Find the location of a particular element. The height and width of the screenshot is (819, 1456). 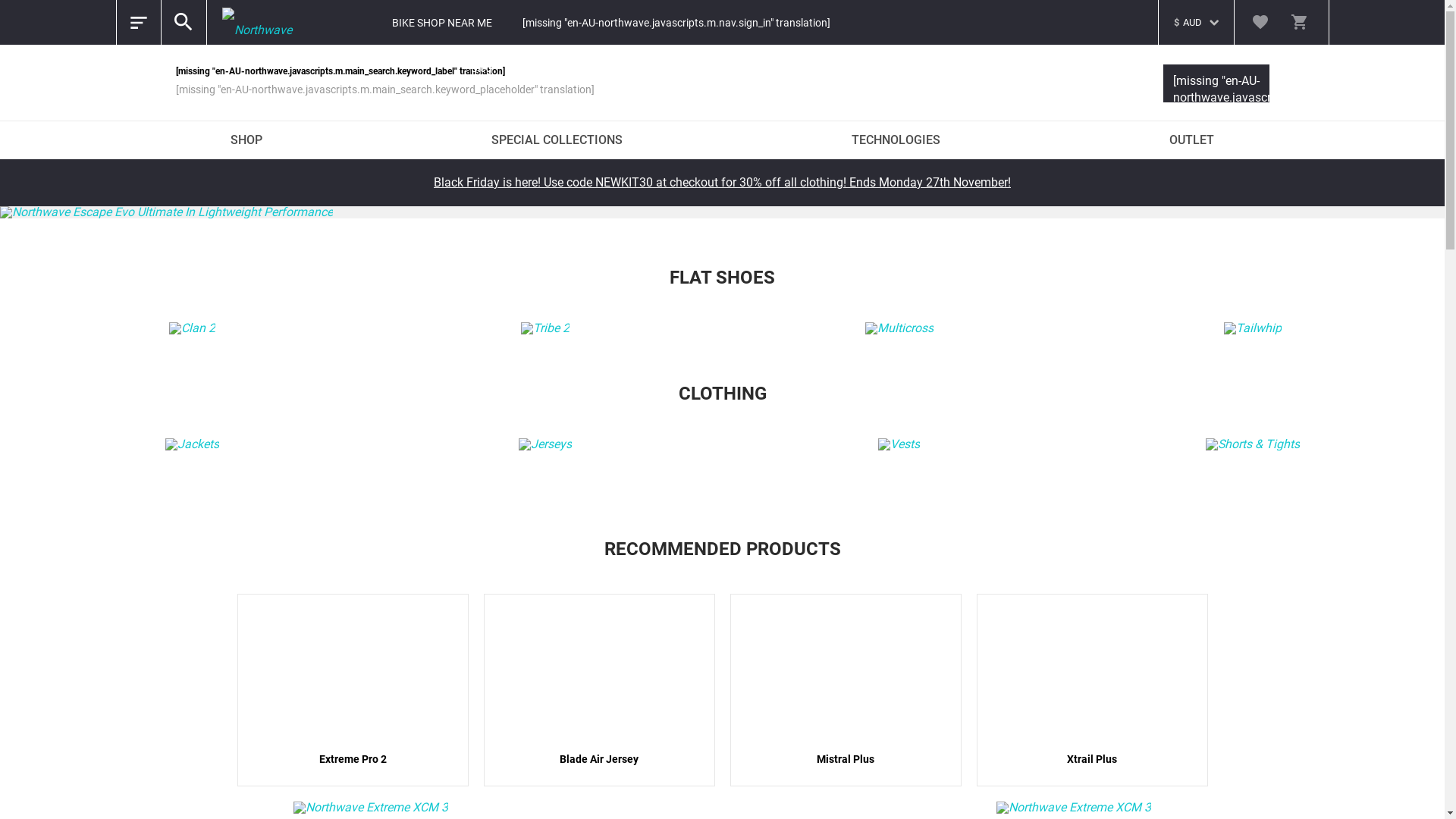

'Mistral Plus' is located at coordinates (844, 690).